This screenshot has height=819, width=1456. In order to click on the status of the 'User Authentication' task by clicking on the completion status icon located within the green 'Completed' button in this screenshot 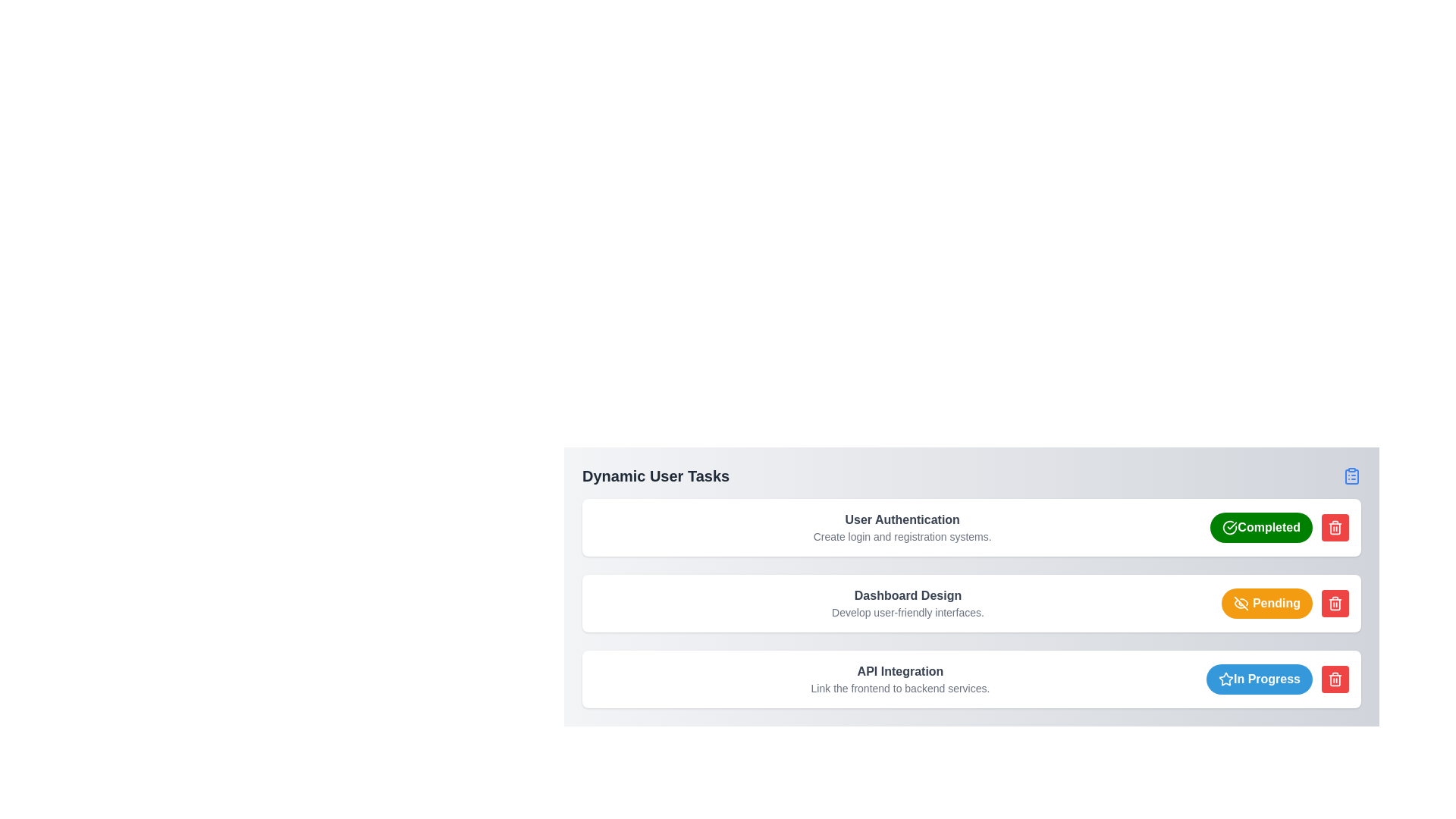, I will do `click(1230, 526)`.